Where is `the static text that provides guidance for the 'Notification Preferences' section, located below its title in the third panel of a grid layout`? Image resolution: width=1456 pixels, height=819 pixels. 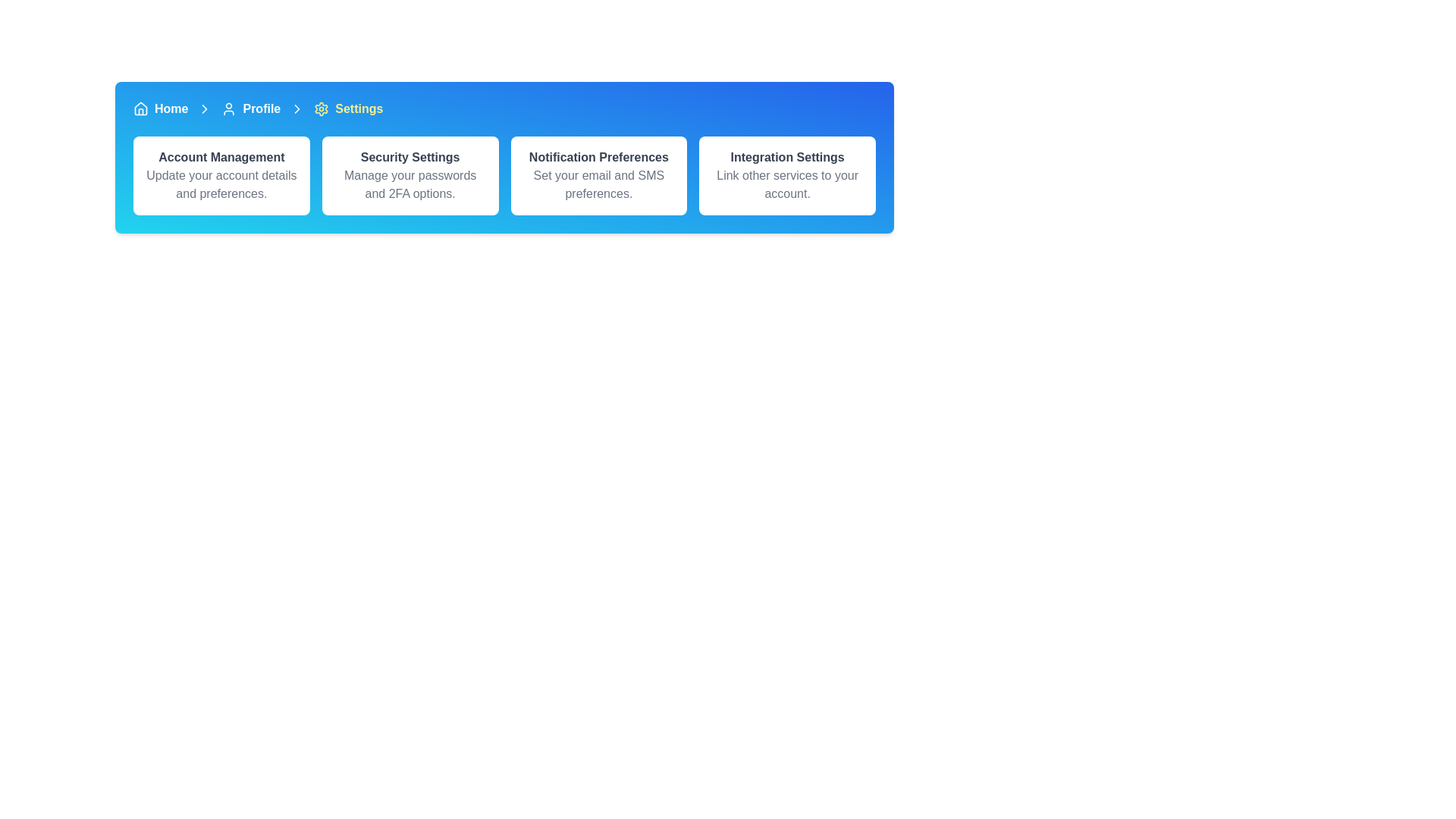
the static text that provides guidance for the 'Notification Preferences' section, located below its title in the third panel of a grid layout is located at coordinates (598, 184).